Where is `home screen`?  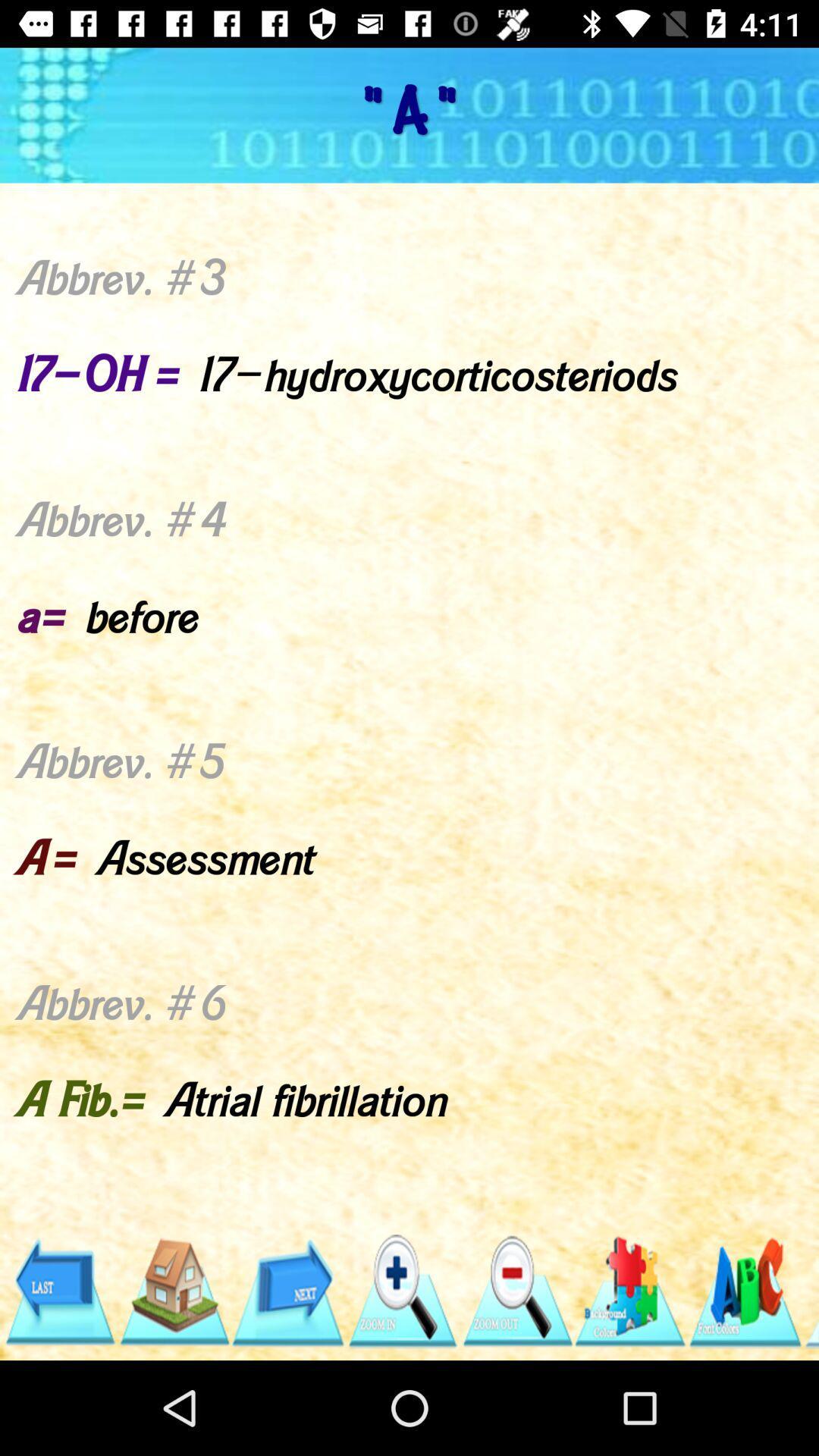 home screen is located at coordinates (173, 1291).